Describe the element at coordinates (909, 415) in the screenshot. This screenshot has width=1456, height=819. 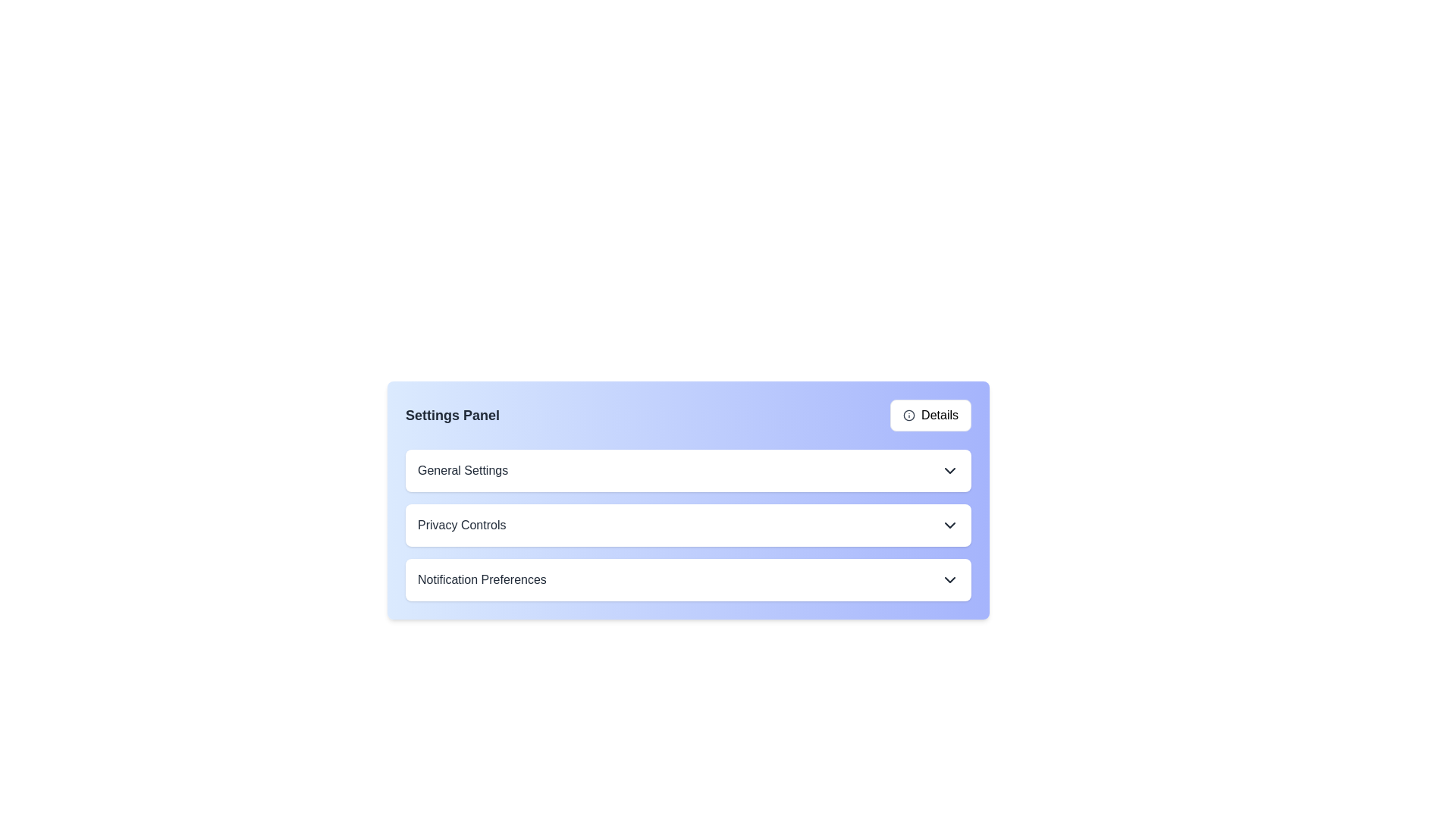
I see `the circular information icon on the left side of the 'Details' button located at the top right corner of the panel interface` at that location.